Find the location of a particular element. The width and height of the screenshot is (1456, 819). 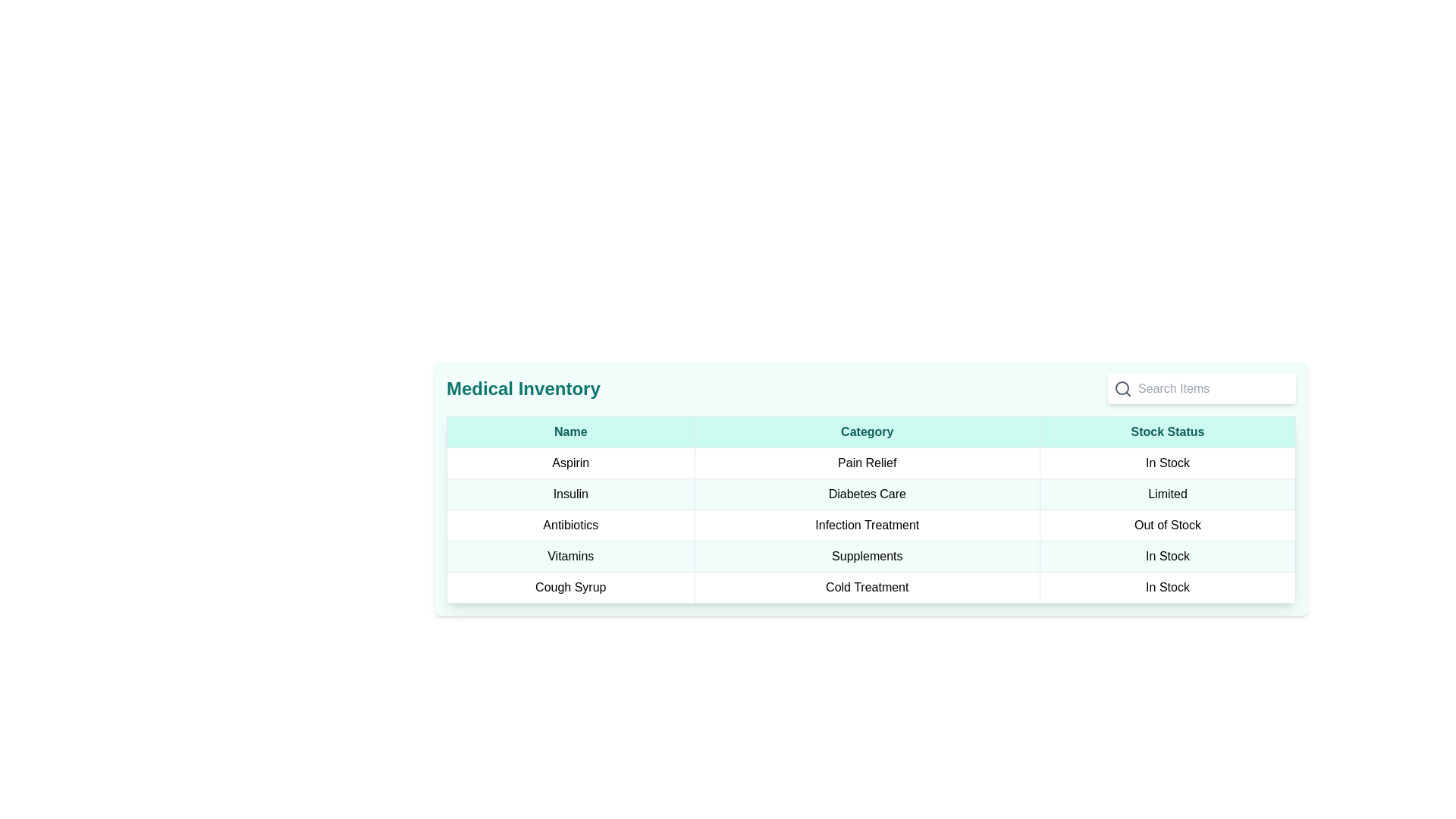

the 'Insulin' text label located in the 'Name' column of the second data row under the 'Medical Inventory' header is located at coordinates (570, 494).